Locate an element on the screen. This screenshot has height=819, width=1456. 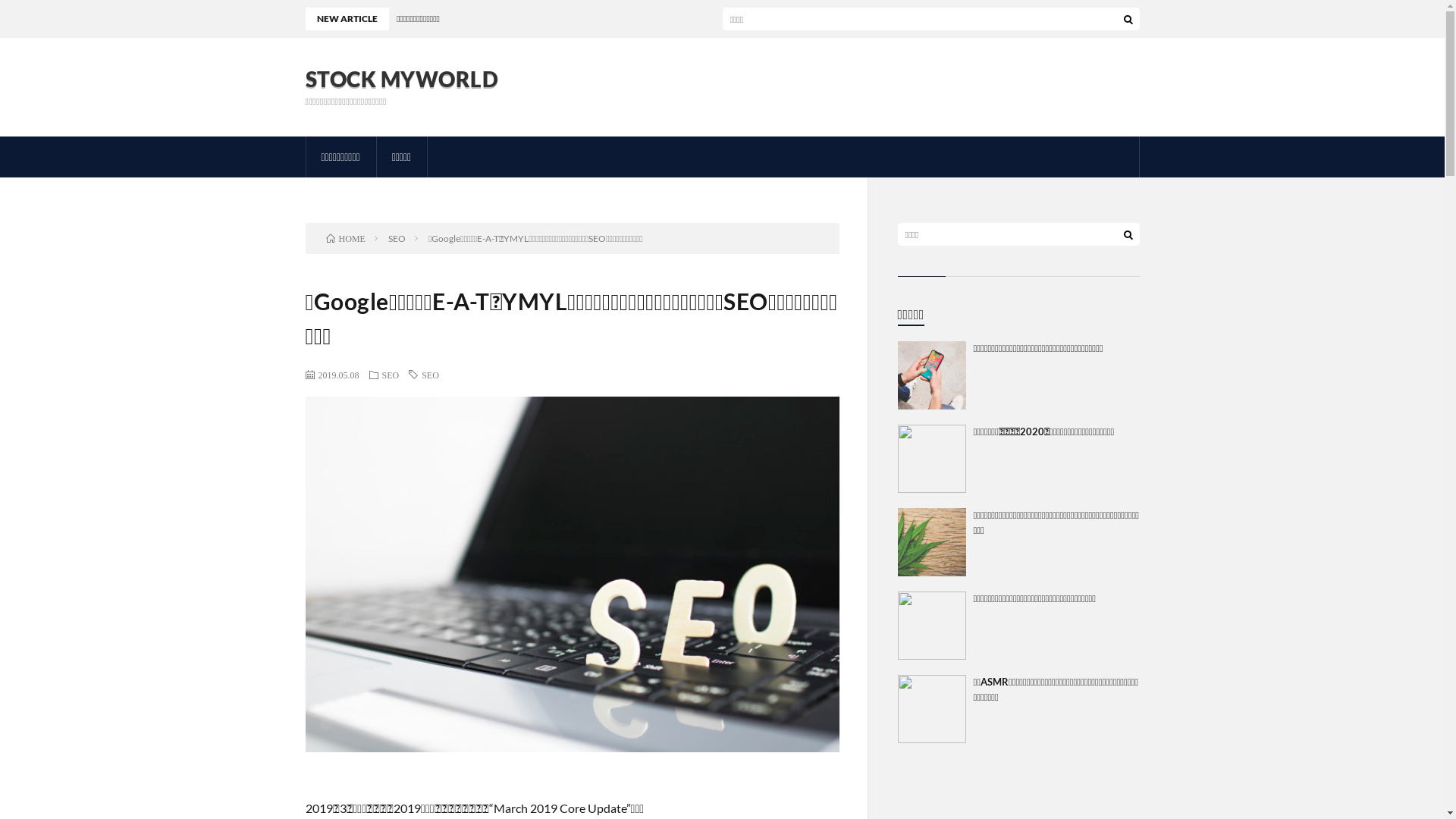
'search' is located at coordinates (1128, 18).